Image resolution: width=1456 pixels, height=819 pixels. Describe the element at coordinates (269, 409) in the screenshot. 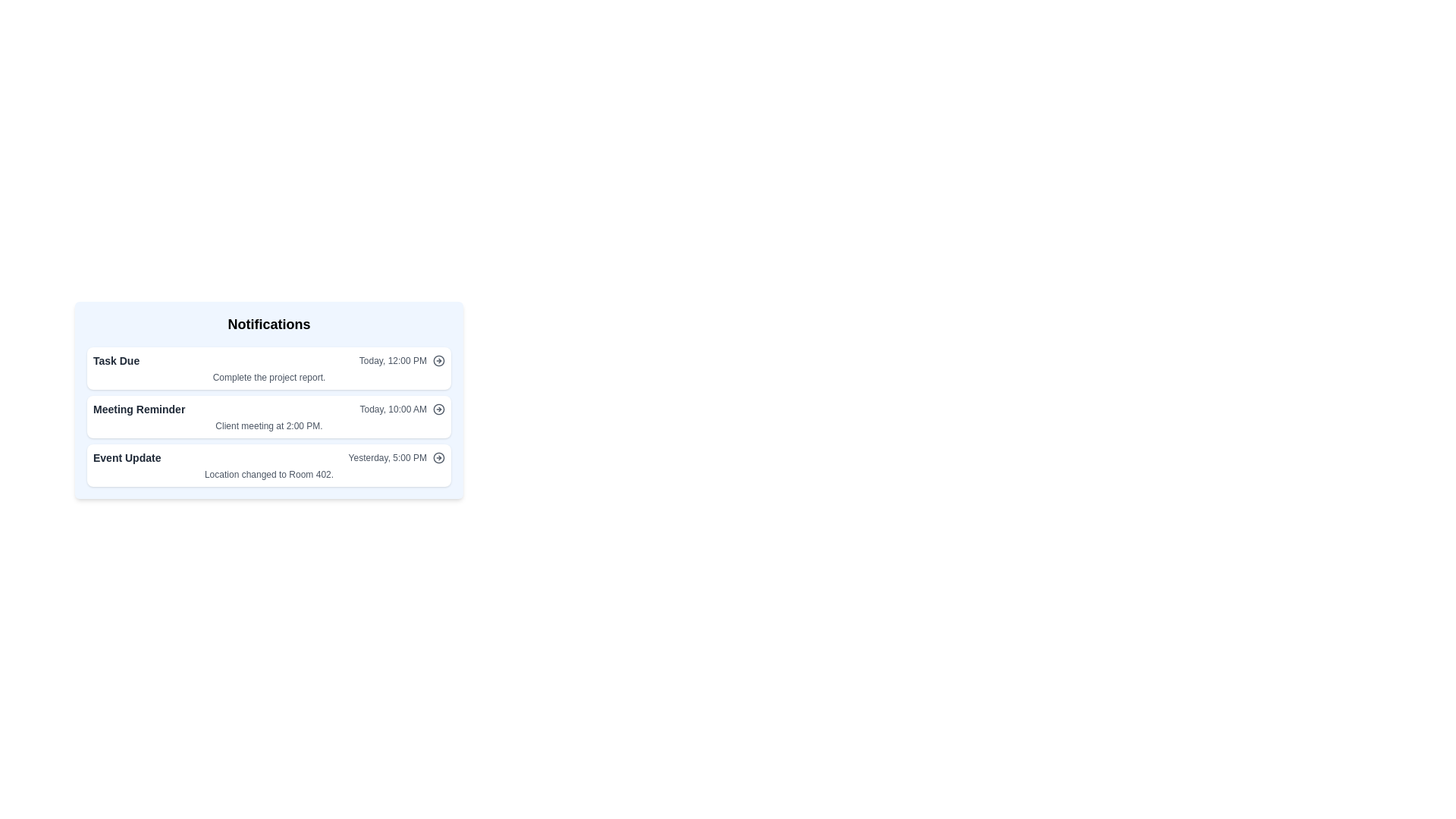

I see `the notification element for today's meeting scheduled at 10:00 AM` at that location.